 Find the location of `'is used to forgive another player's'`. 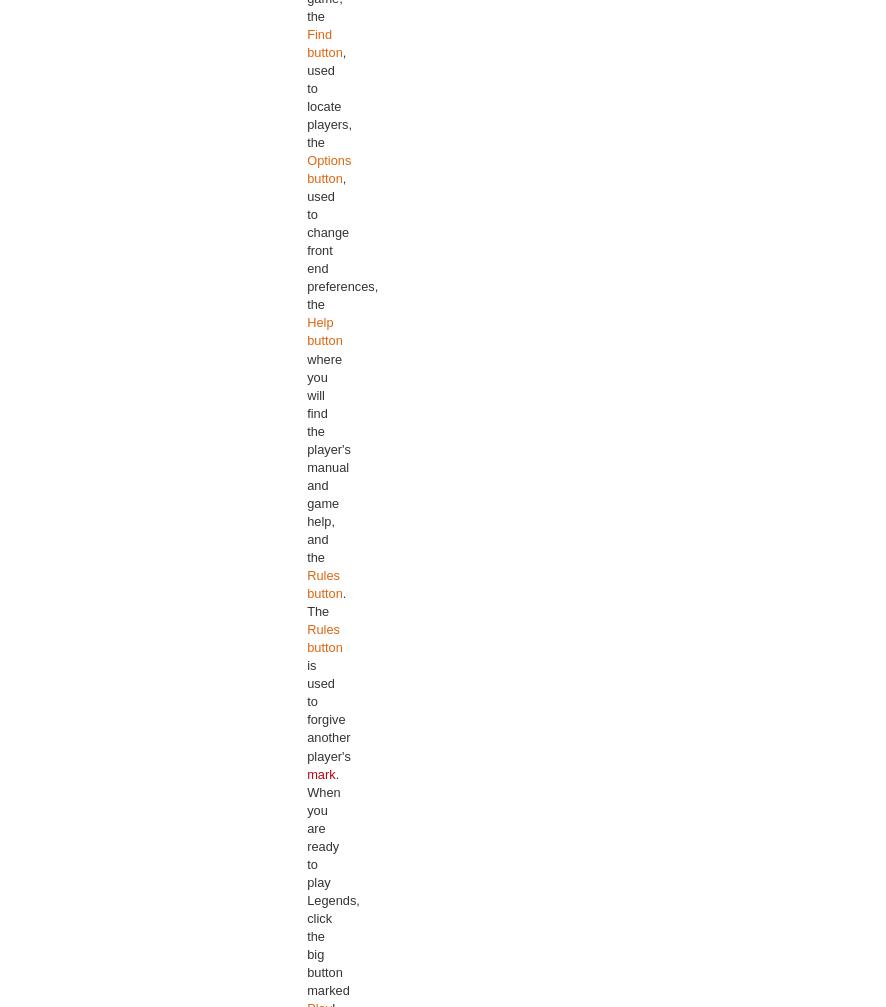

'is used to forgive another player's' is located at coordinates (327, 709).